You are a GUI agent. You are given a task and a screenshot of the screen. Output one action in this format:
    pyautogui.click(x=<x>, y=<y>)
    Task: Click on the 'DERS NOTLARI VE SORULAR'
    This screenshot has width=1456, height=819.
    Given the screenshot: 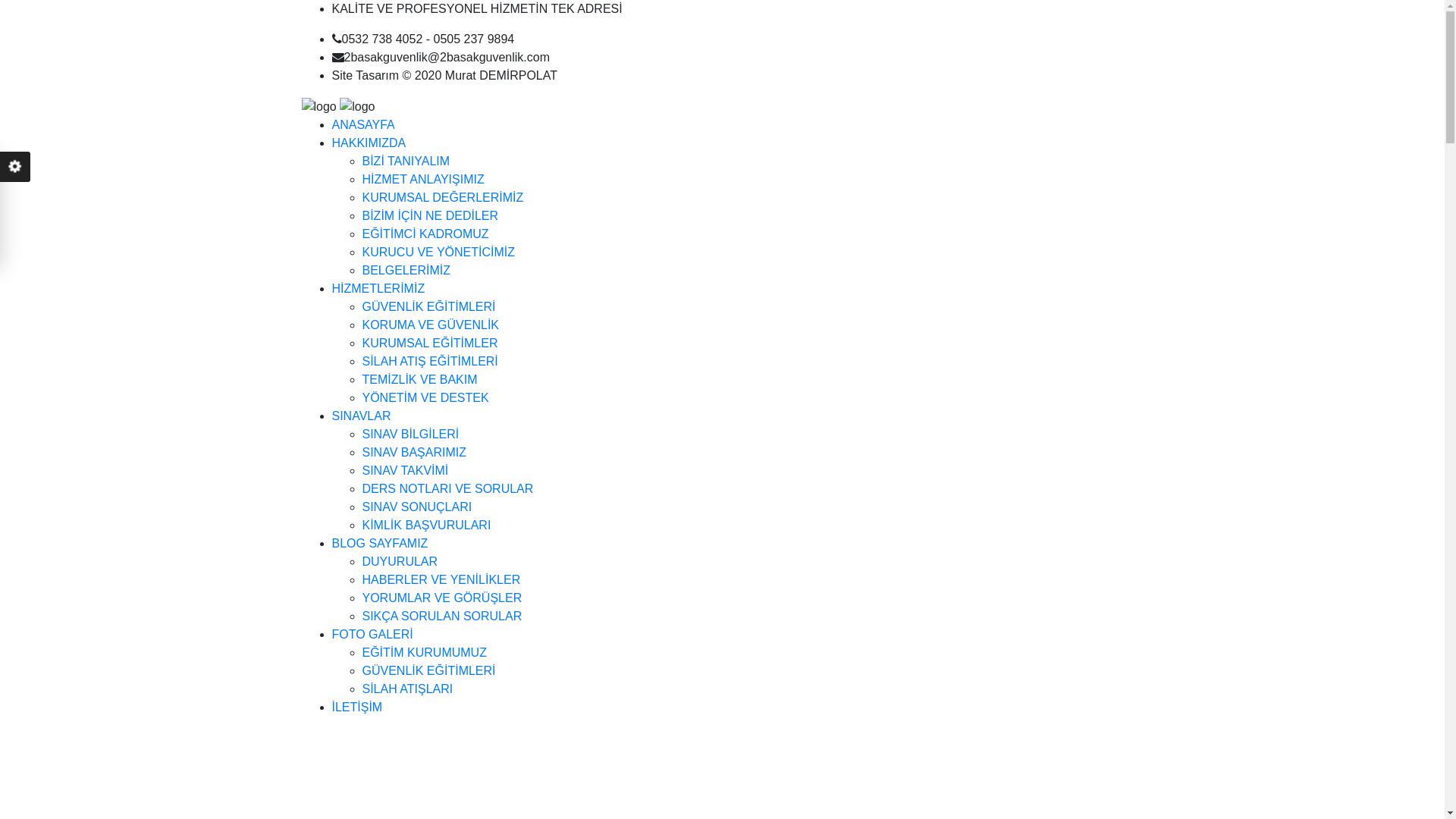 What is the action you would take?
    pyautogui.click(x=447, y=488)
    